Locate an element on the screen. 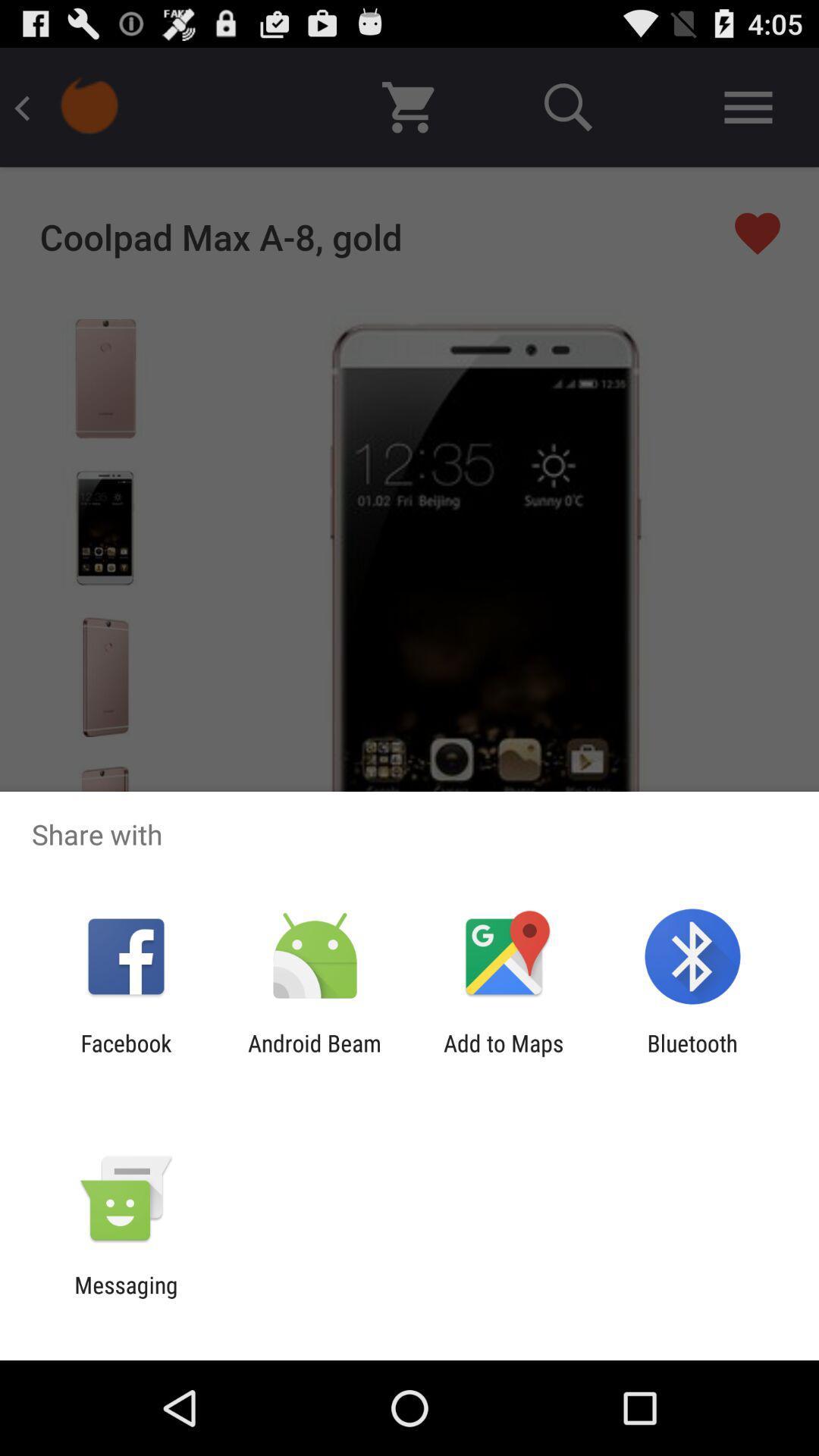 This screenshot has width=819, height=1456. facebook is located at coordinates (125, 1056).